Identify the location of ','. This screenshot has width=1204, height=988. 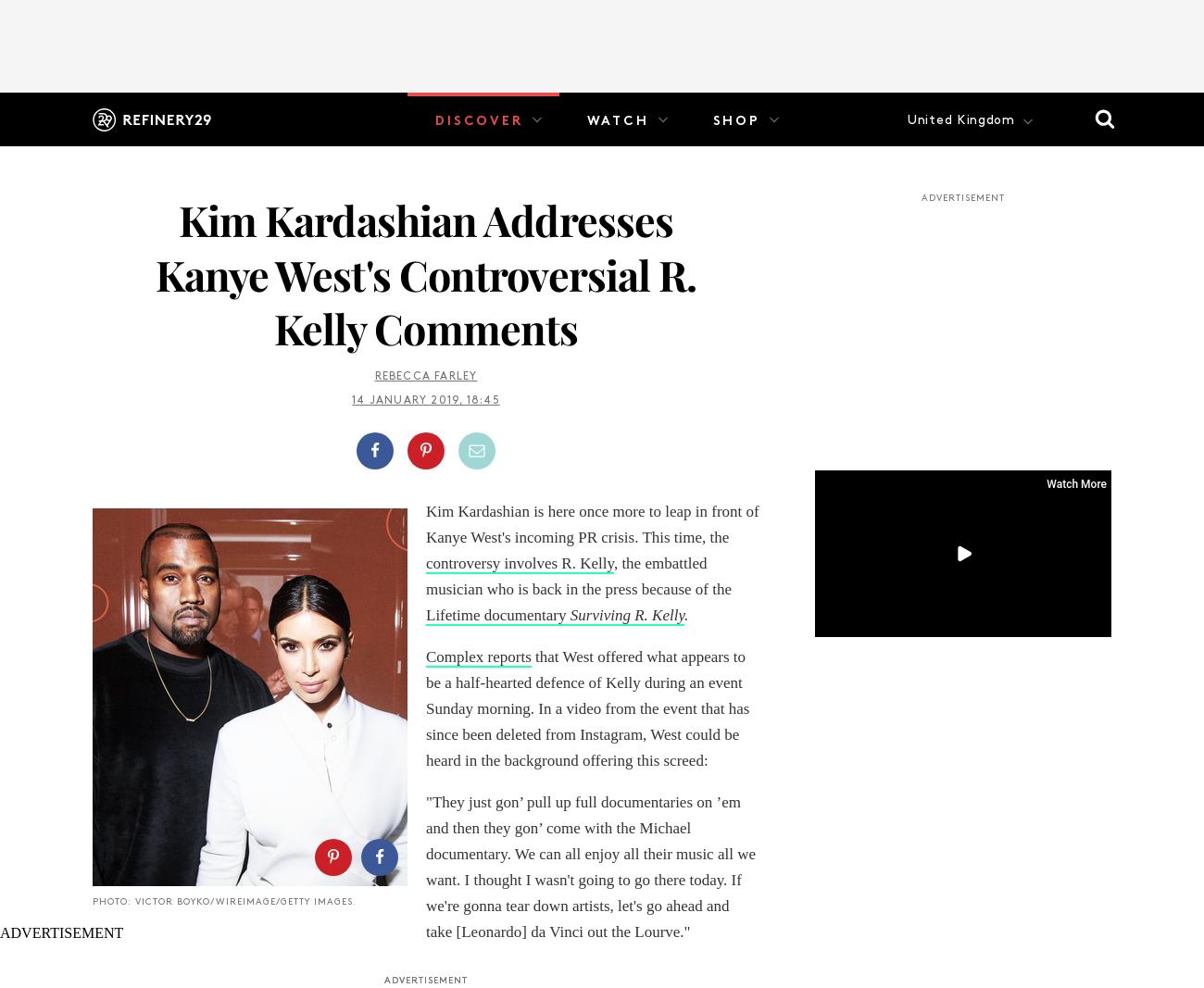
(458, 399).